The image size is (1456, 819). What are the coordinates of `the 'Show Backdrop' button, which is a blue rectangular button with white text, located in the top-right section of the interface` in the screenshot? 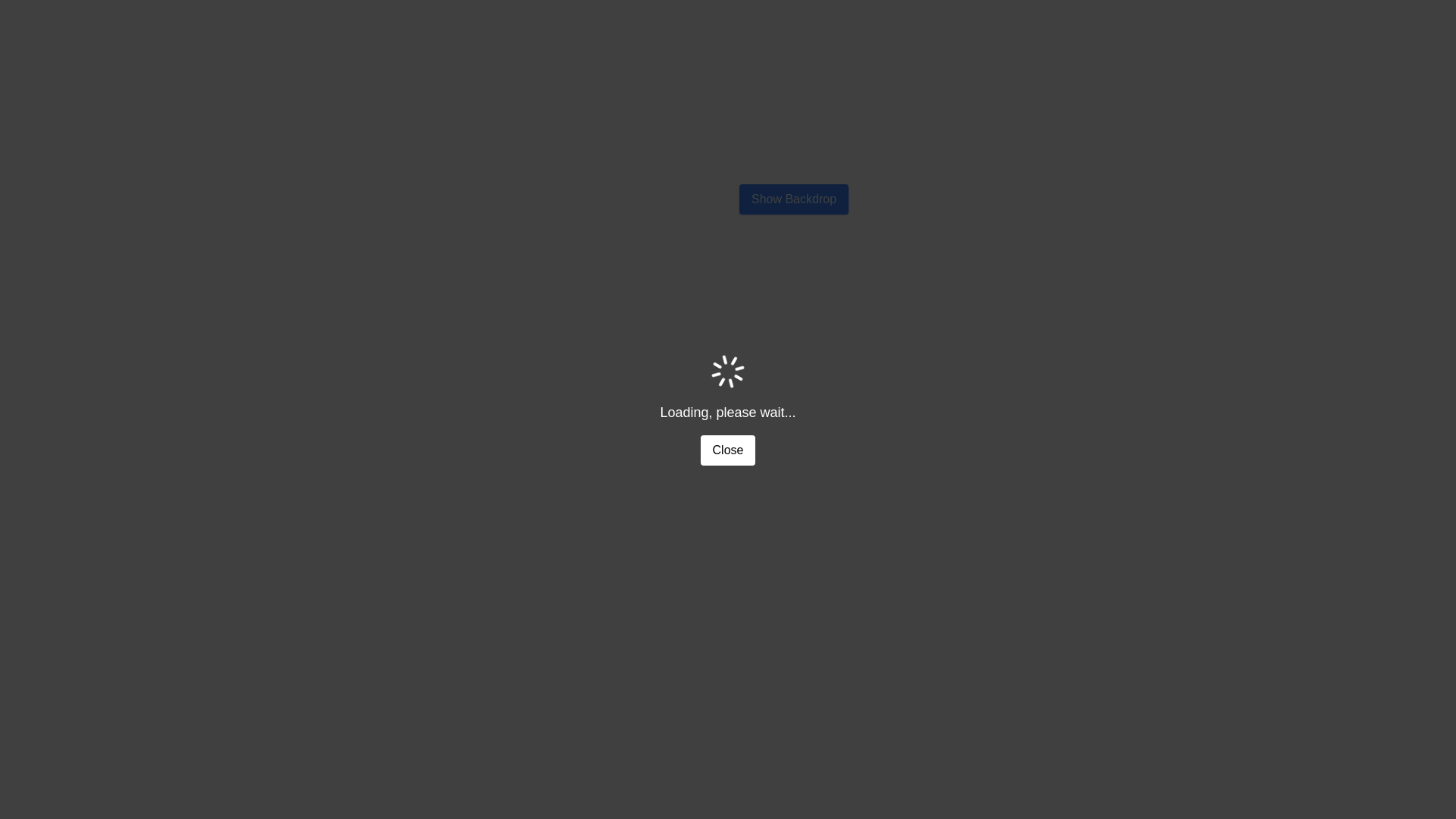 It's located at (792, 198).